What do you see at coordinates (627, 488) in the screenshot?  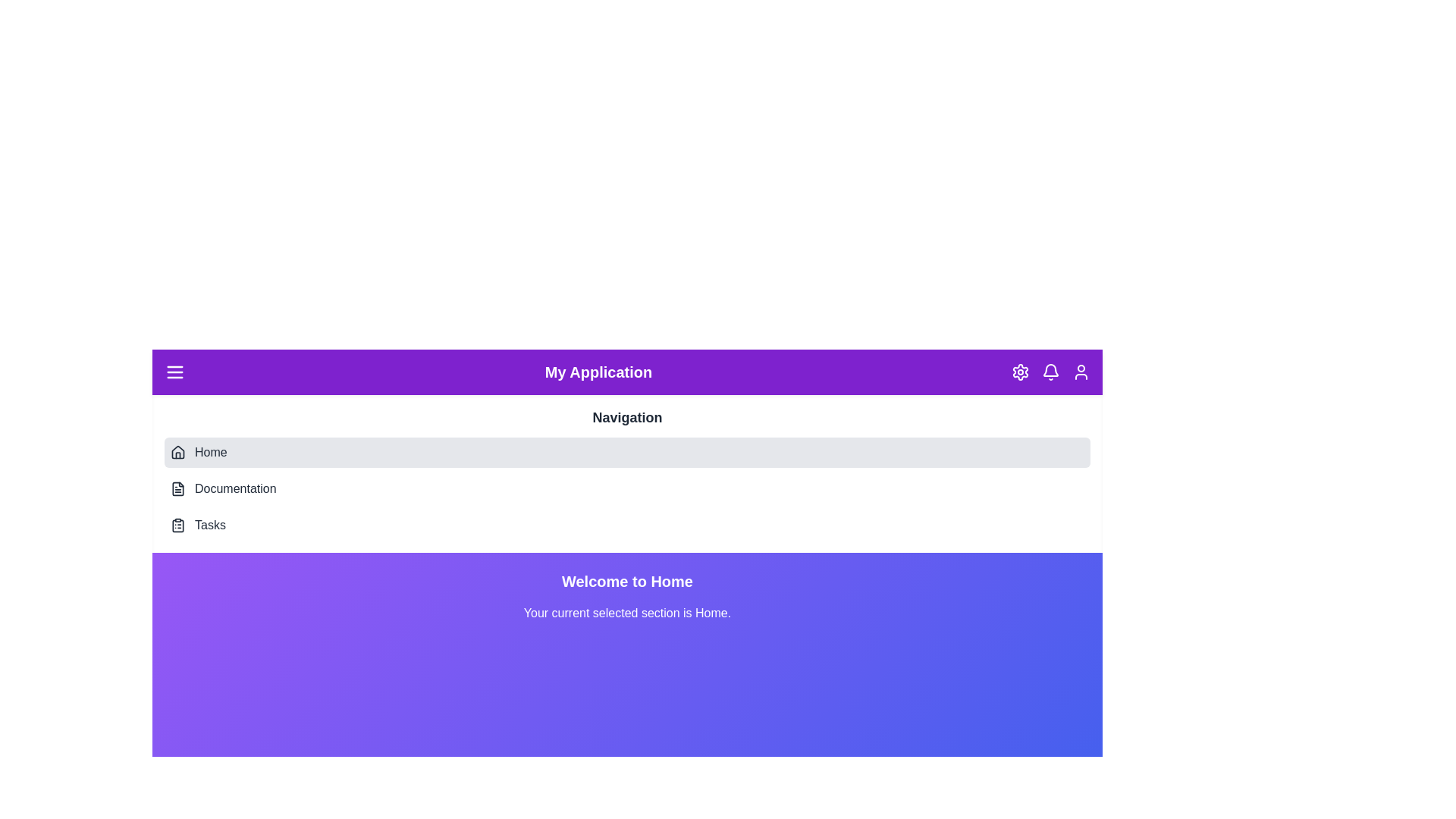 I see `the navigation section Documentation` at bounding box center [627, 488].